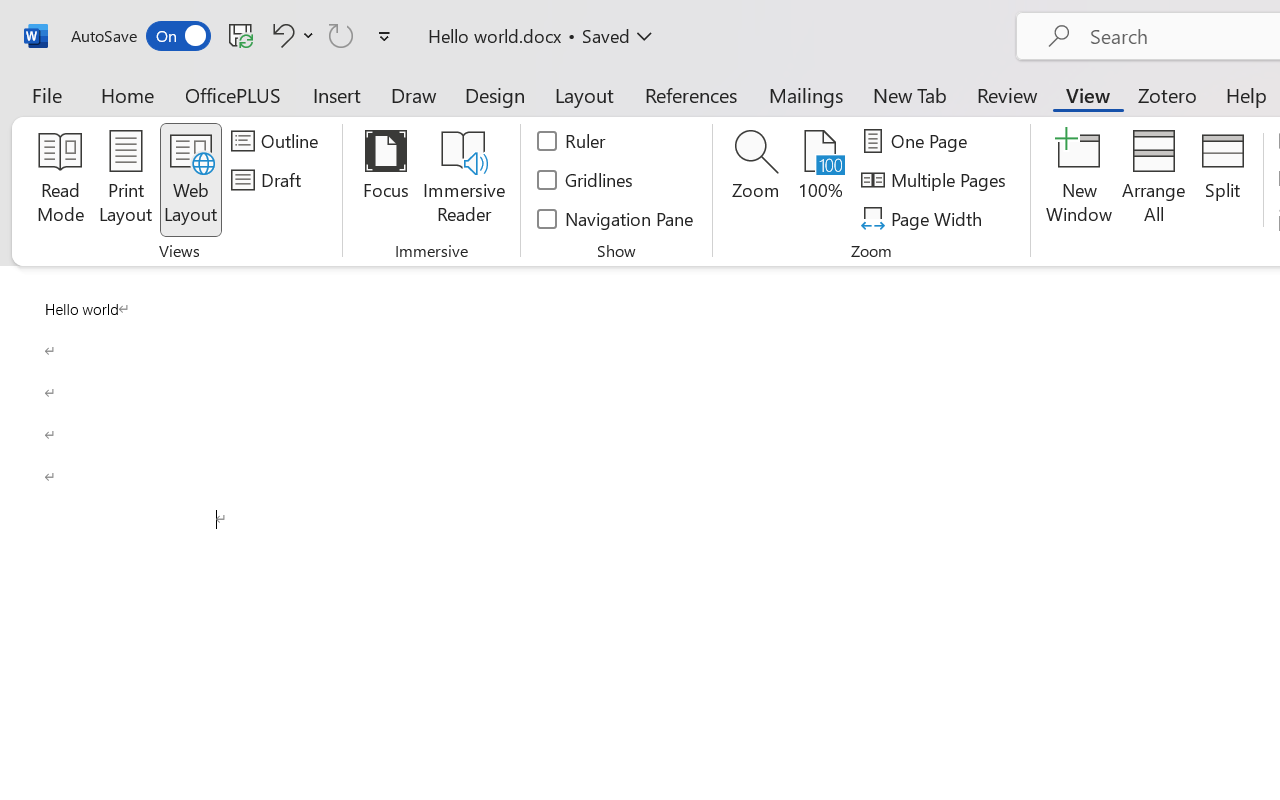 The image size is (1280, 800). What do you see at coordinates (1007, 94) in the screenshot?
I see `'Review'` at bounding box center [1007, 94].